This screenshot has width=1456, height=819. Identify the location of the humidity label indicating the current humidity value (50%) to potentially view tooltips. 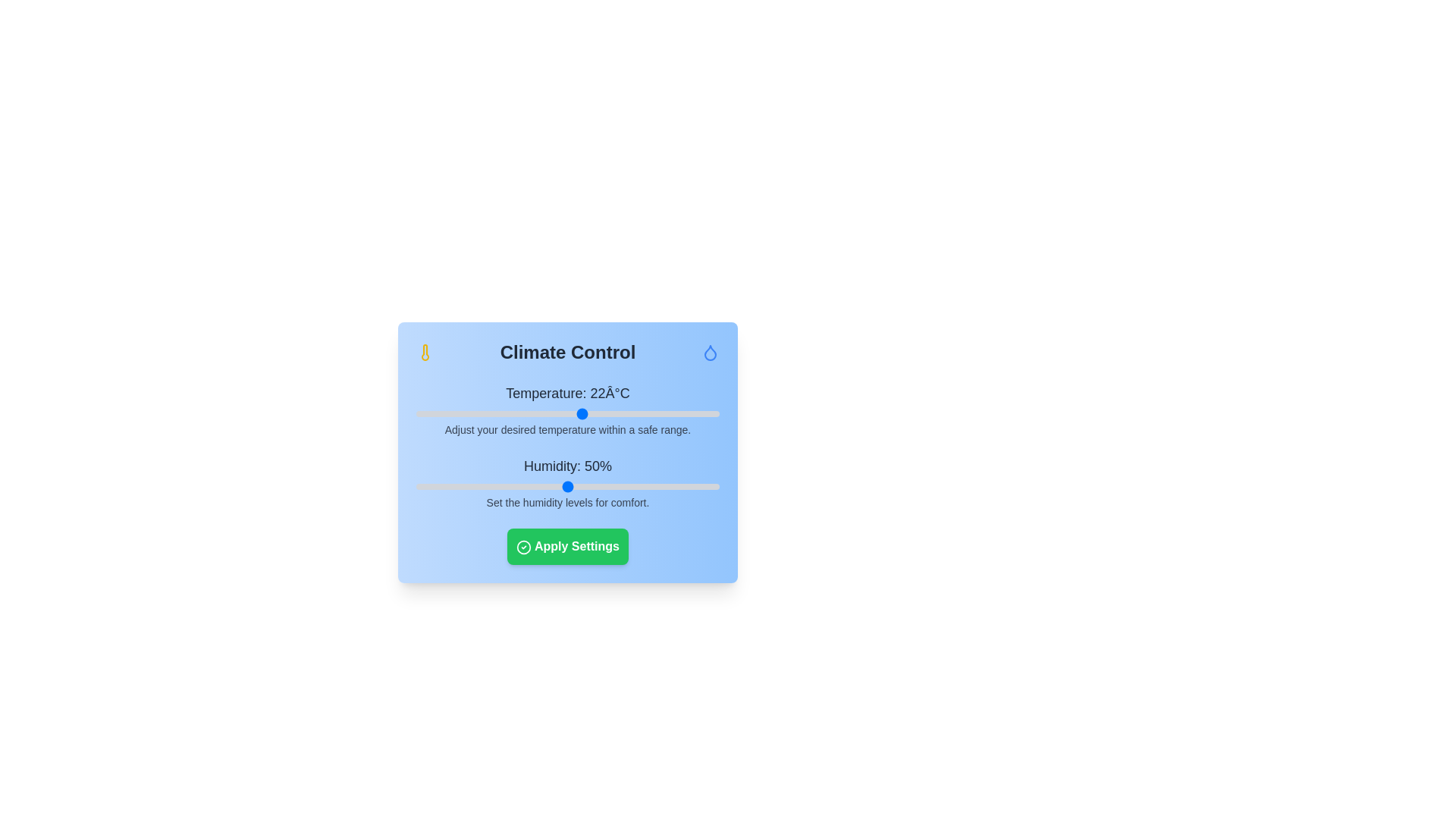
(566, 465).